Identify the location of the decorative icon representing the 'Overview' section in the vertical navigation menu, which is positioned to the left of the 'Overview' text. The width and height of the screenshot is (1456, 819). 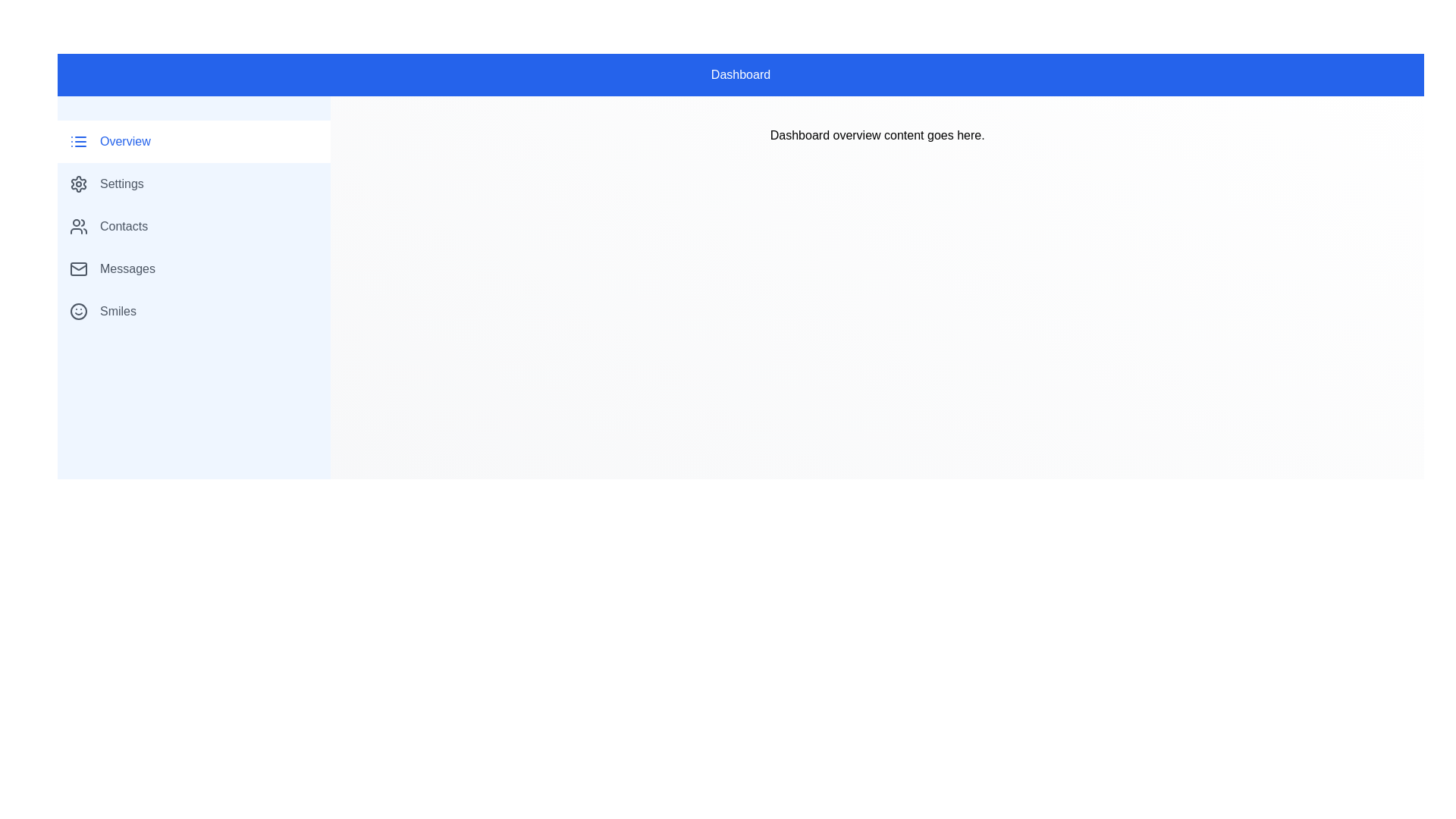
(78, 141).